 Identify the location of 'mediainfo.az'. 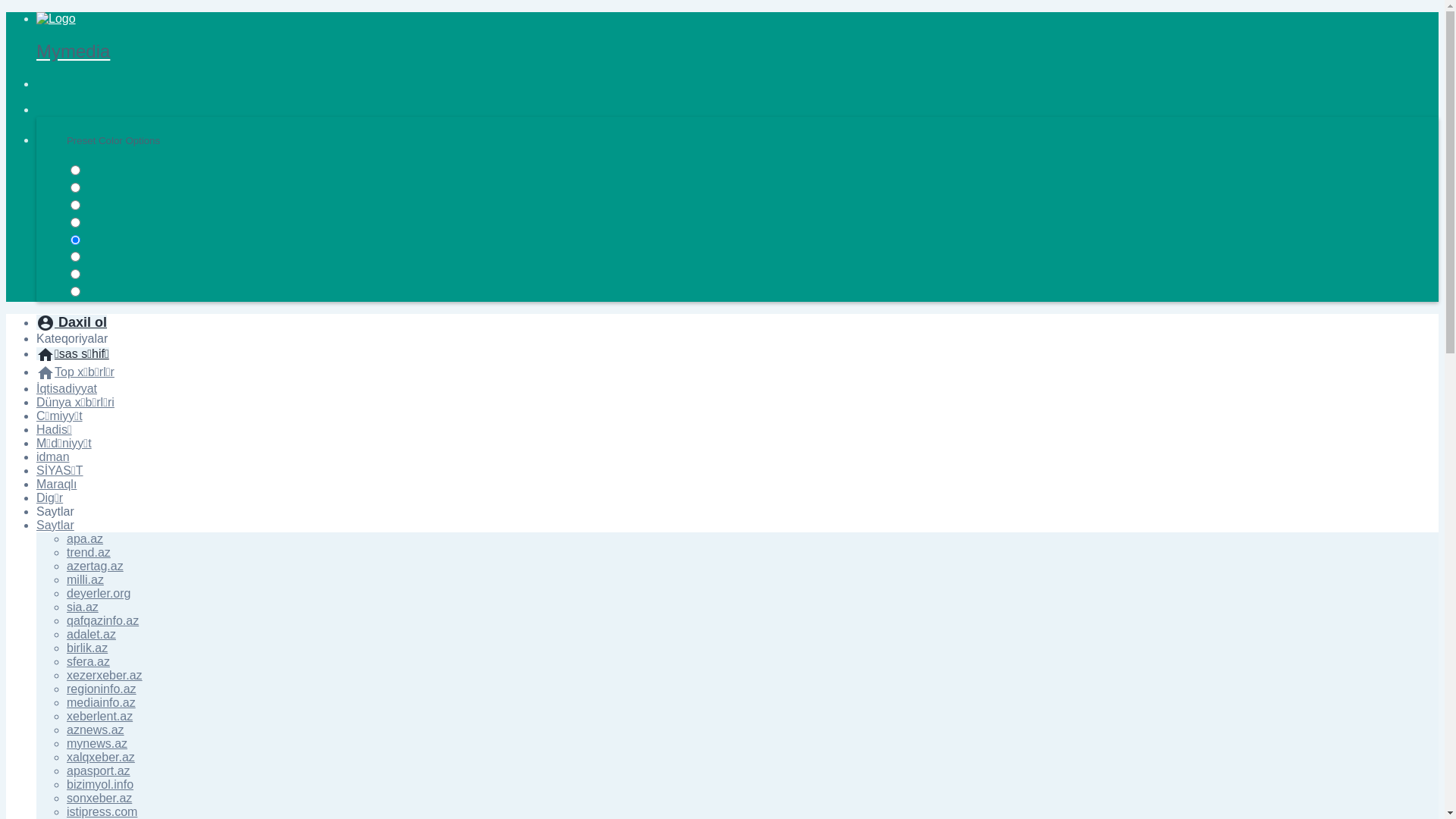
(100, 702).